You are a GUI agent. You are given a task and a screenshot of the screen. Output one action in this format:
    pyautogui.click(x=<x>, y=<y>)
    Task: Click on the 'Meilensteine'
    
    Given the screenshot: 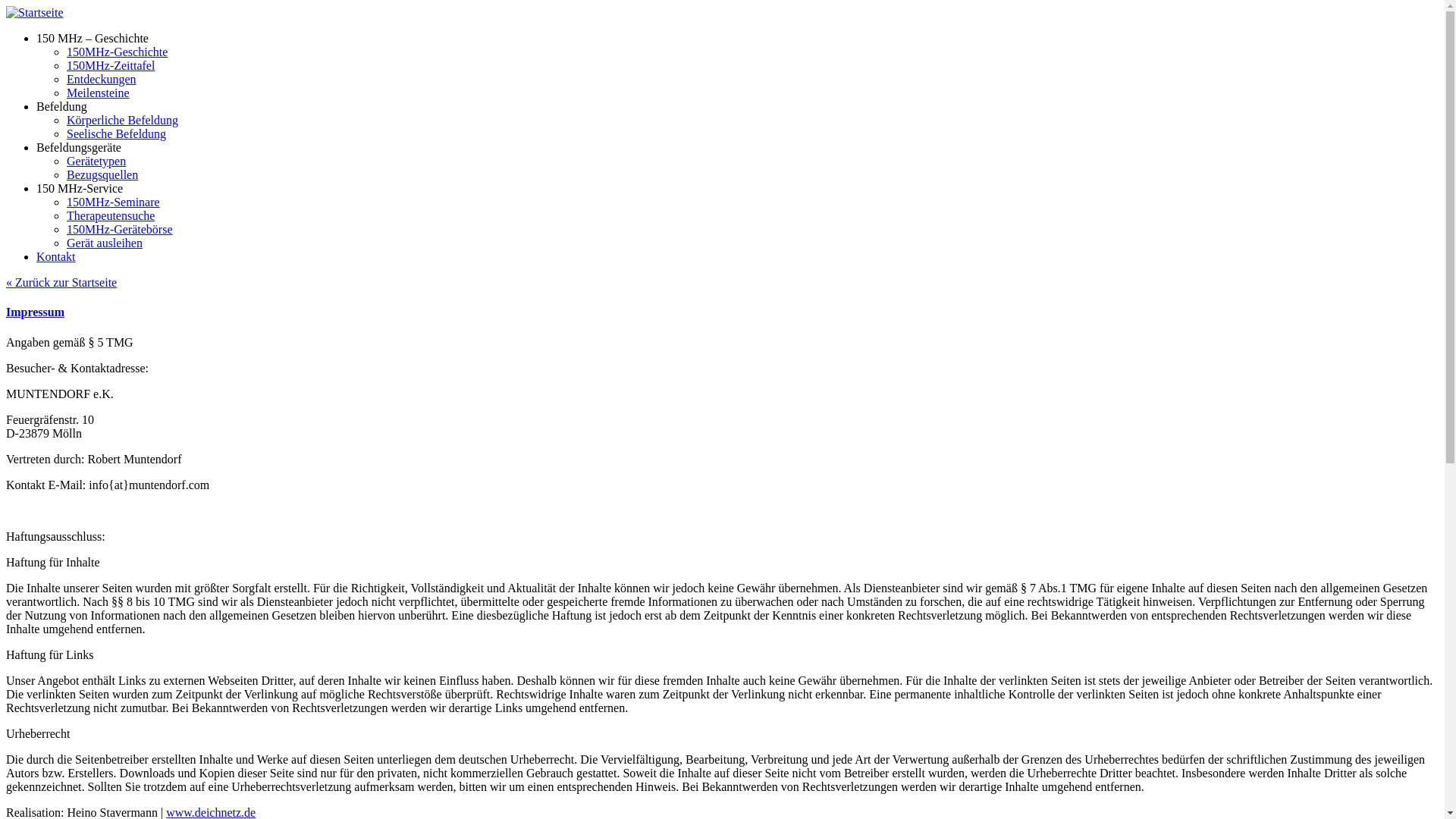 What is the action you would take?
    pyautogui.click(x=97, y=93)
    